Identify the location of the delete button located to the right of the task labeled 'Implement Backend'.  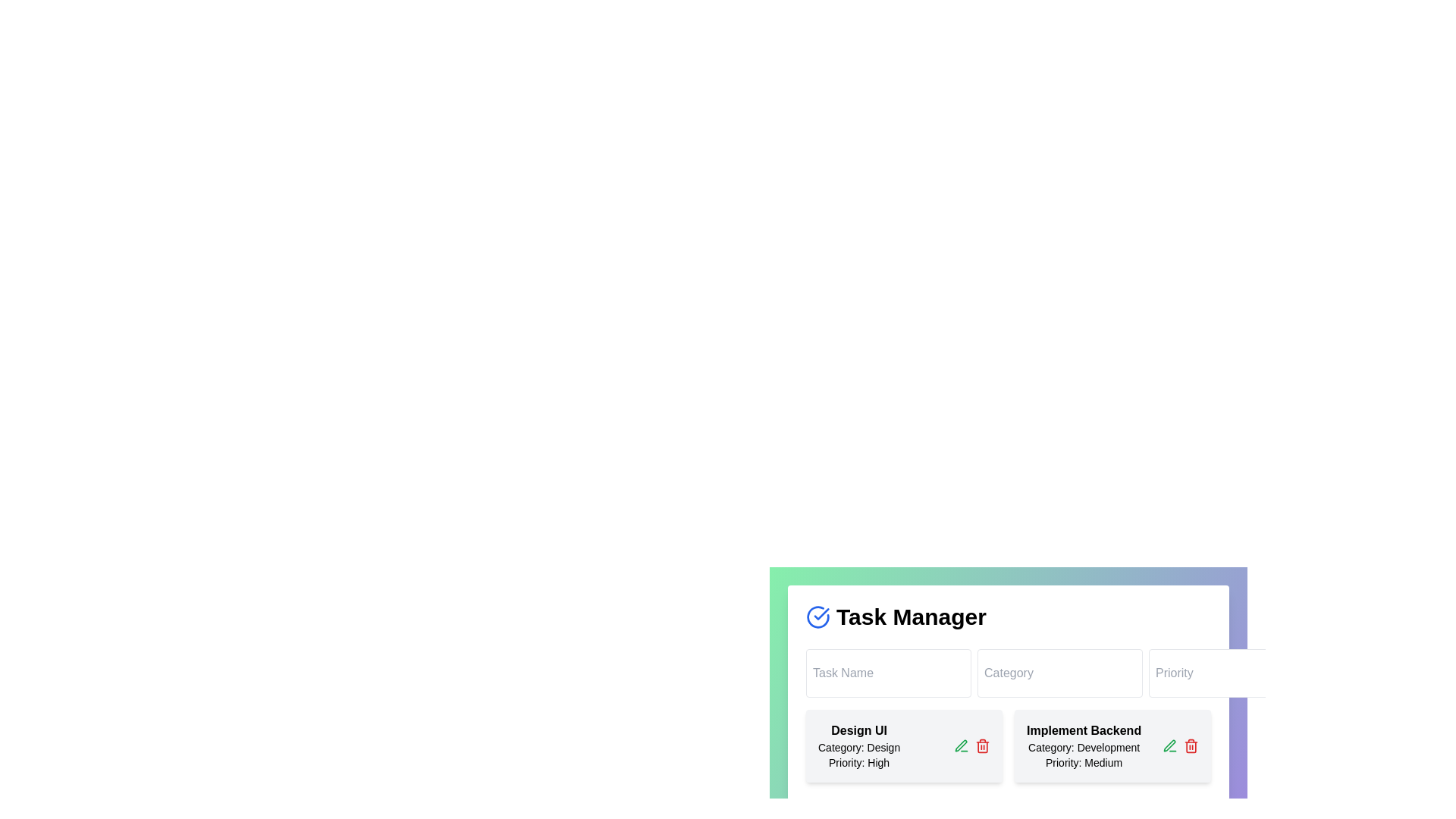
(1190, 745).